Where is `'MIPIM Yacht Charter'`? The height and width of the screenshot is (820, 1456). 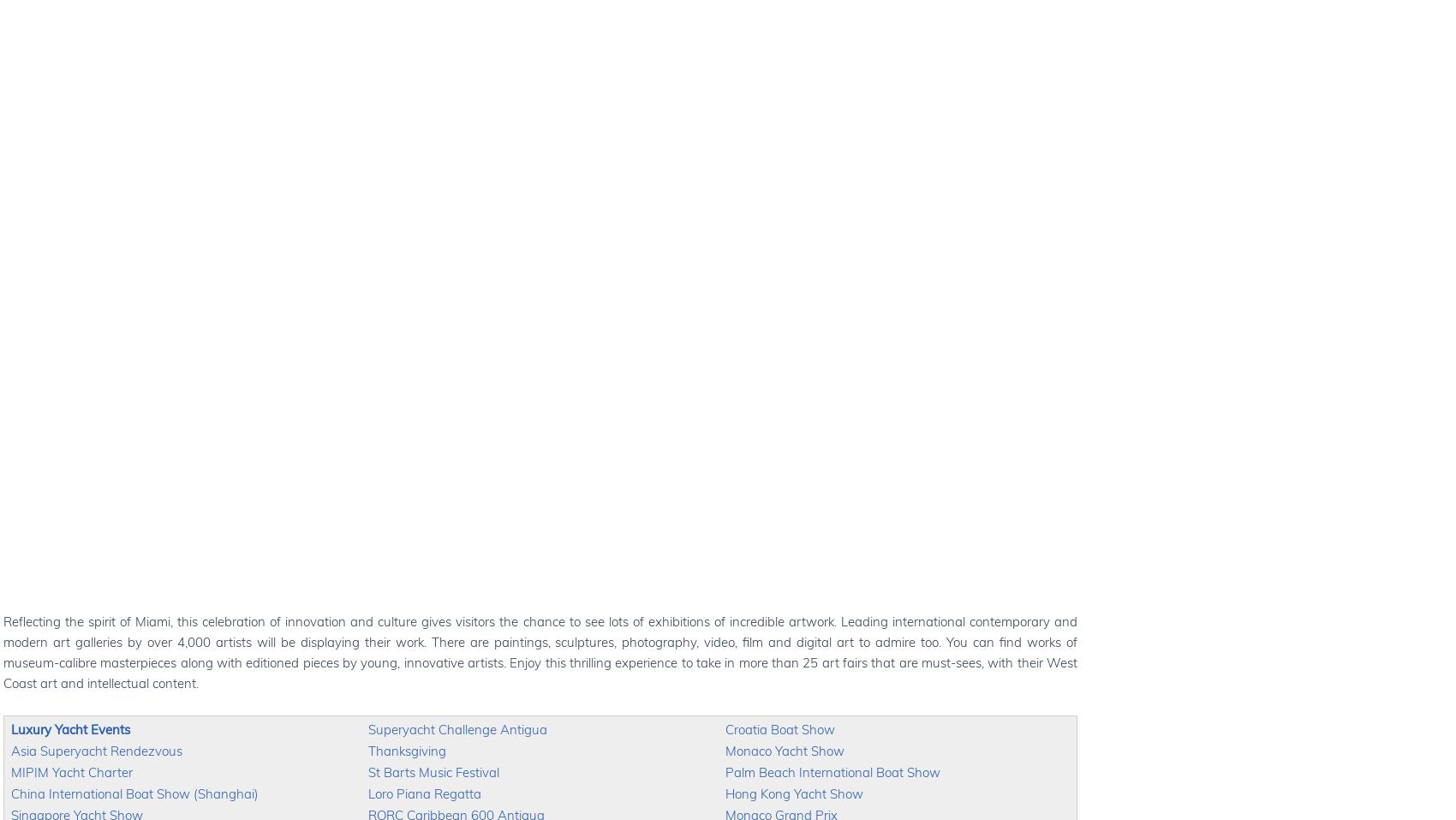
'MIPIM Yacht Charter' is located at coordinates (71, 772).